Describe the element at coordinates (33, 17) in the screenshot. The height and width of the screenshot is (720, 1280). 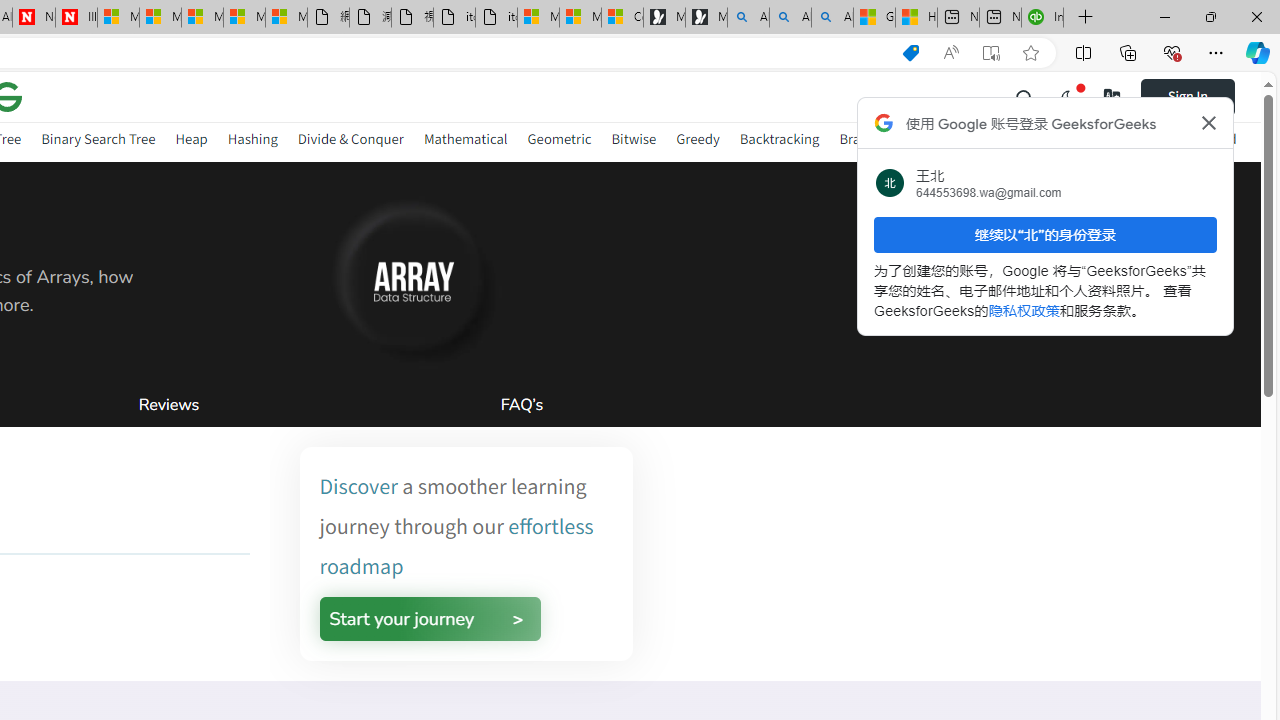
I see `'Newsweek - News, Analysis, Politics, Business, Technology'` at that location.